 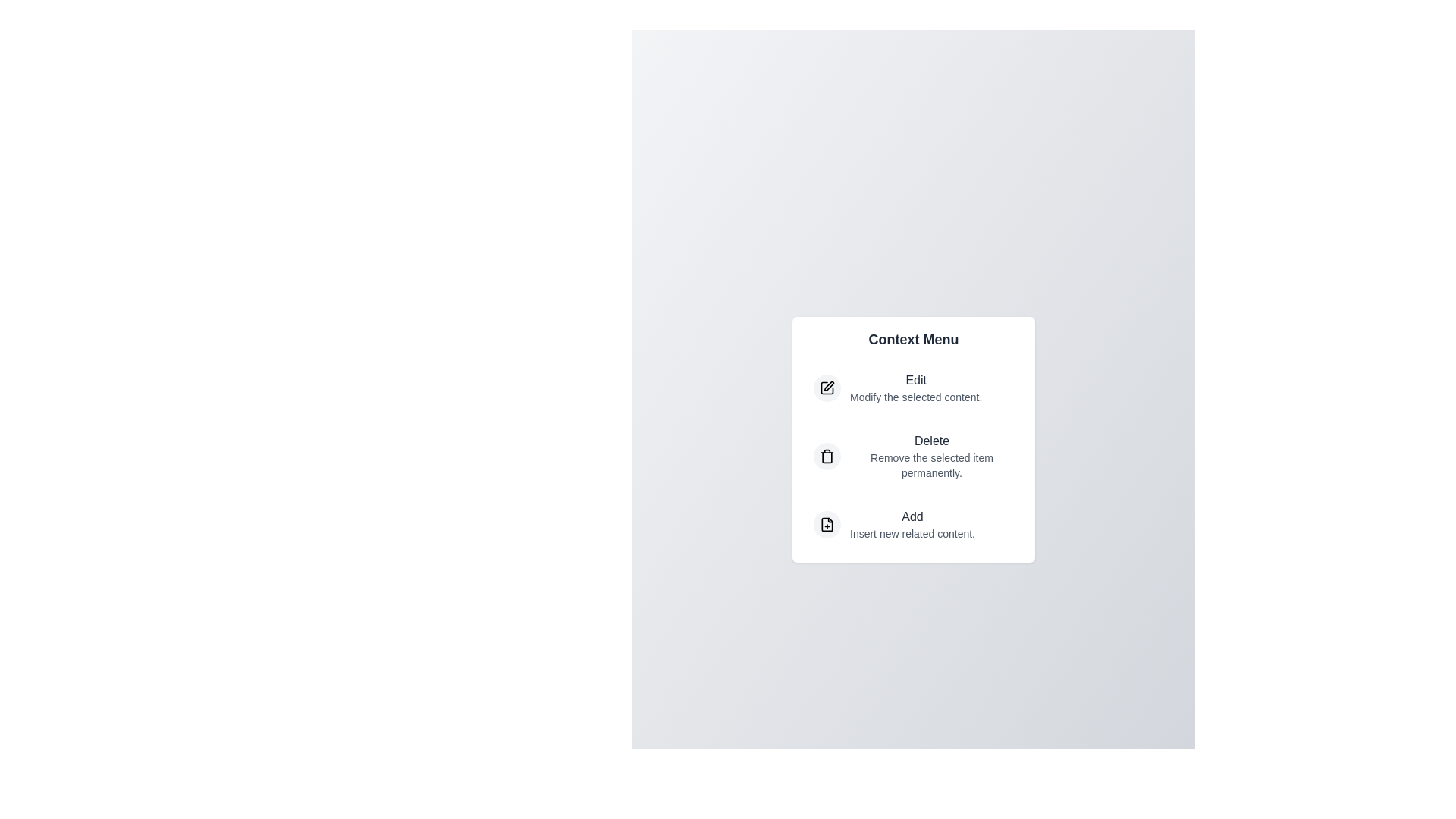 I want to click on the menu item labeled Edit to view its hover effect, so click(x=912, y=388).